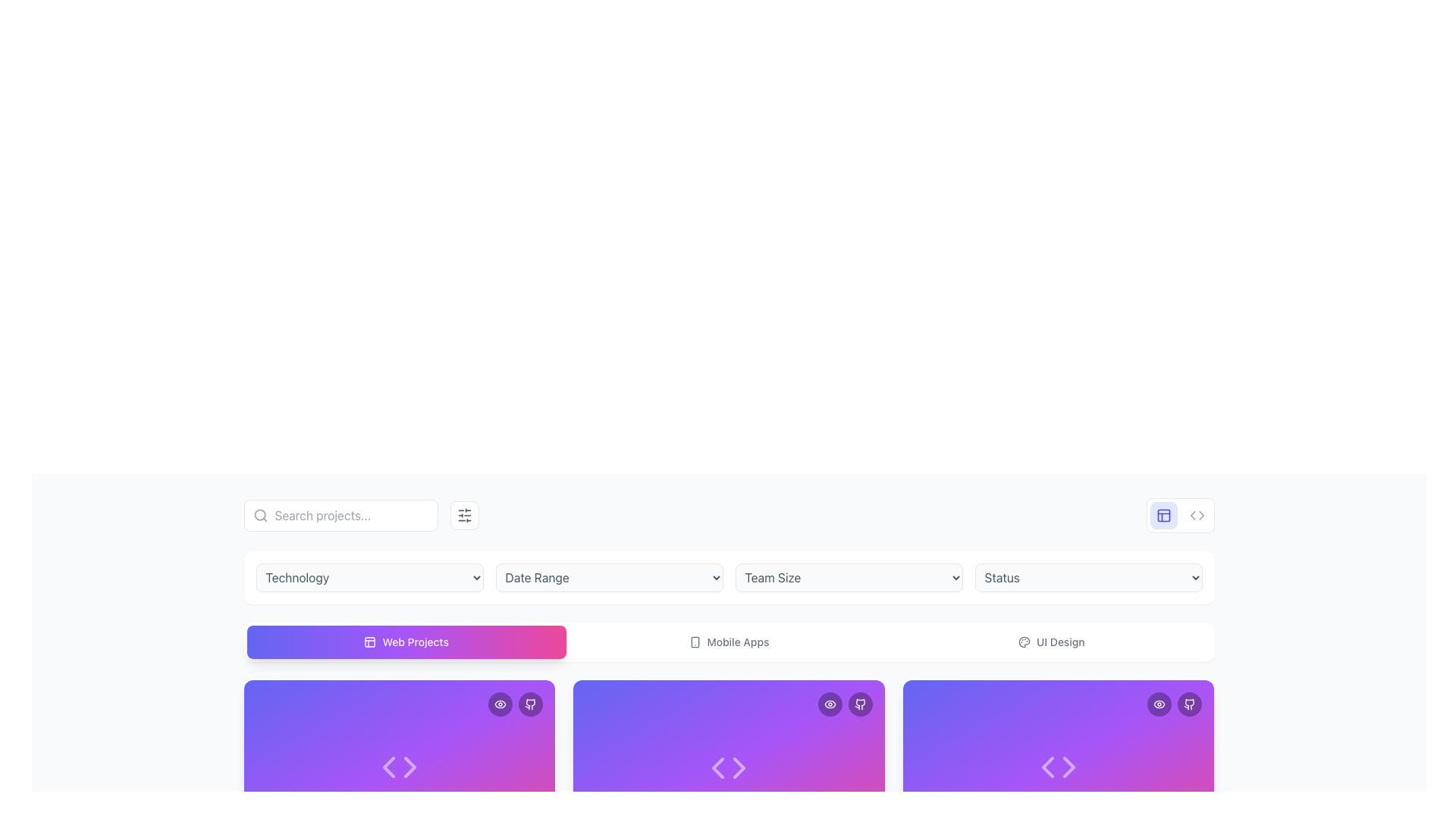  I want to click on the third button in the horizontal series of three buttons, located to the right of the 'Mobile Apps' button, so click(1050, 642).